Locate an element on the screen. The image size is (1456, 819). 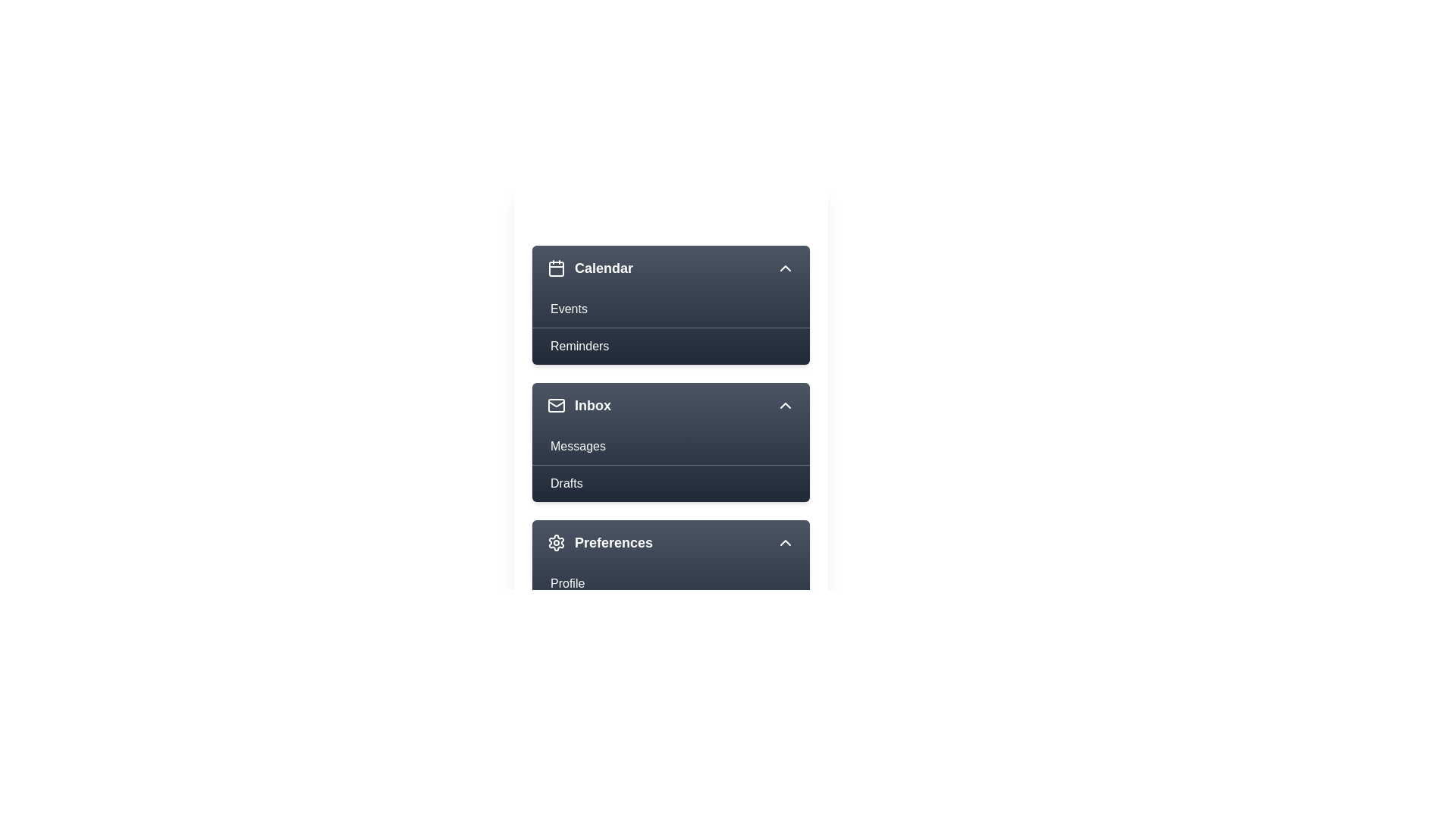
the menu item Reminders from the section Calendar is located at coordinates (670, 345).